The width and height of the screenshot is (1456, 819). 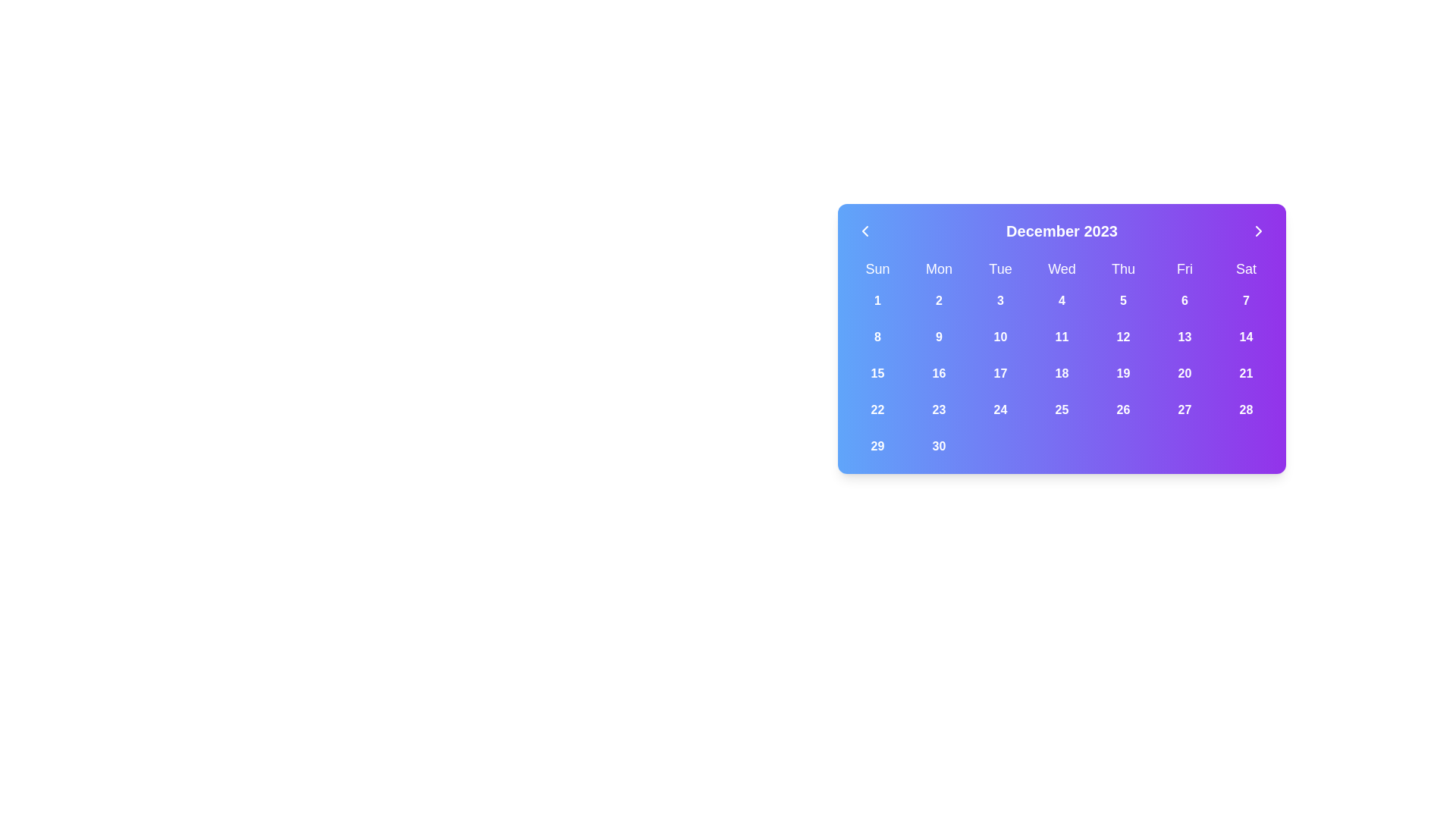 I want to click on the button representing the selectable day in the calendar grid located under the 'Tue' label, so click(x=1000, y=301).